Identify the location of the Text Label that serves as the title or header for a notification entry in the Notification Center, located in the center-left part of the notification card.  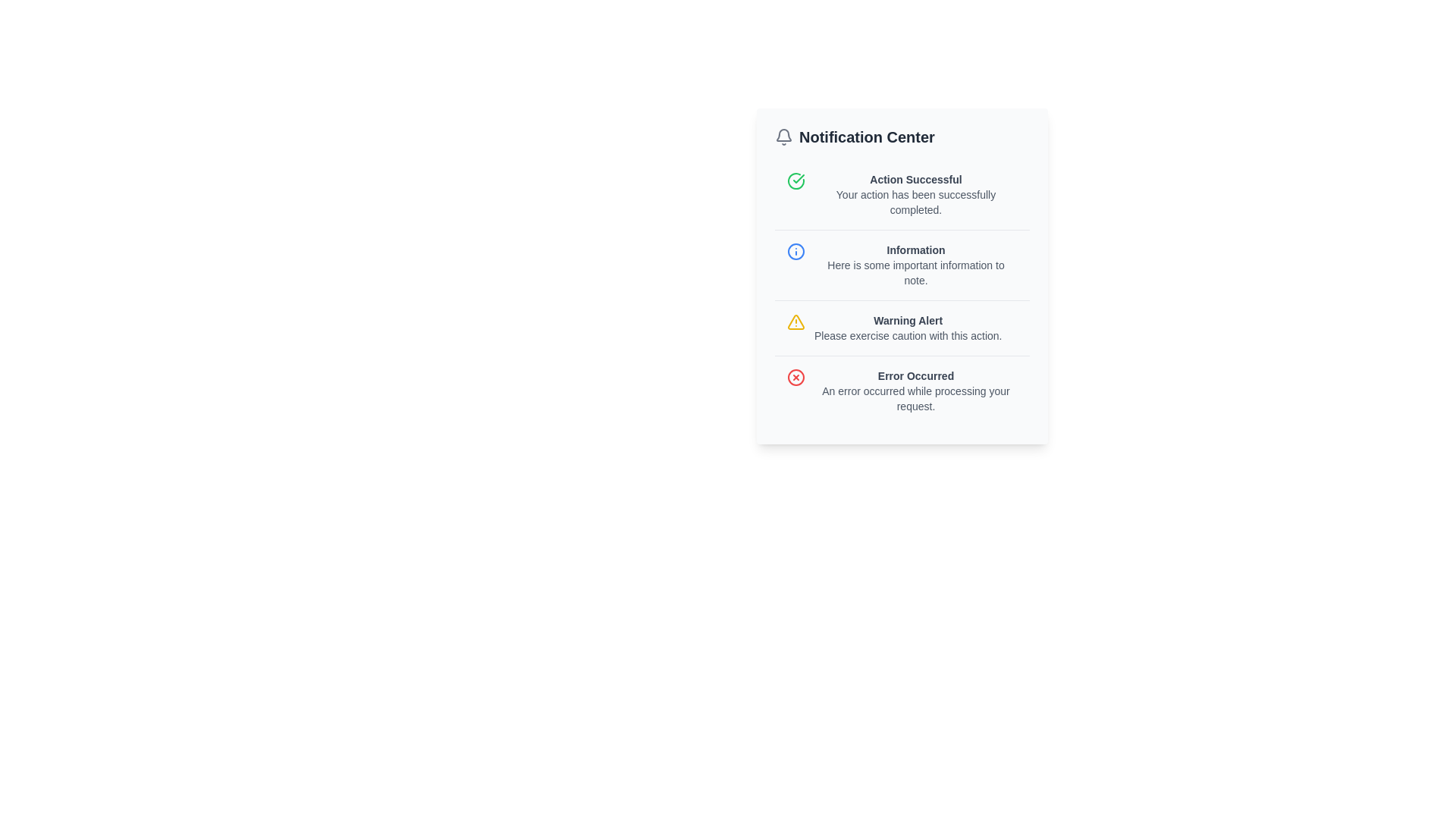
(915, 249).